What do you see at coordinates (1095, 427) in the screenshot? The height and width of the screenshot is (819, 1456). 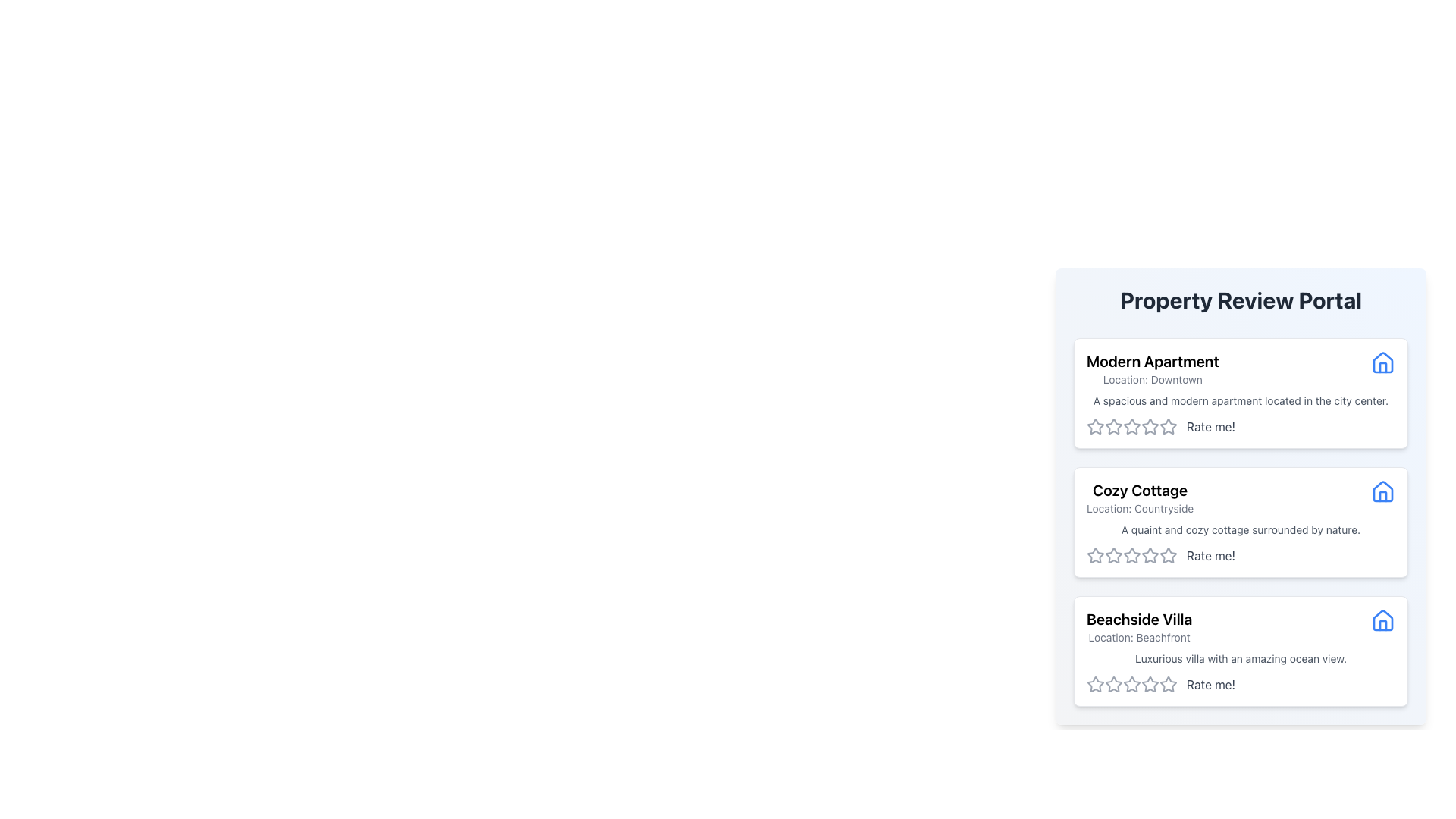 I see `the first star icon in the rating component to give a one-star rating for the 'Modern Apartment' listing, located under the 'Rate me!' text` at bounding box center [1095, 427].